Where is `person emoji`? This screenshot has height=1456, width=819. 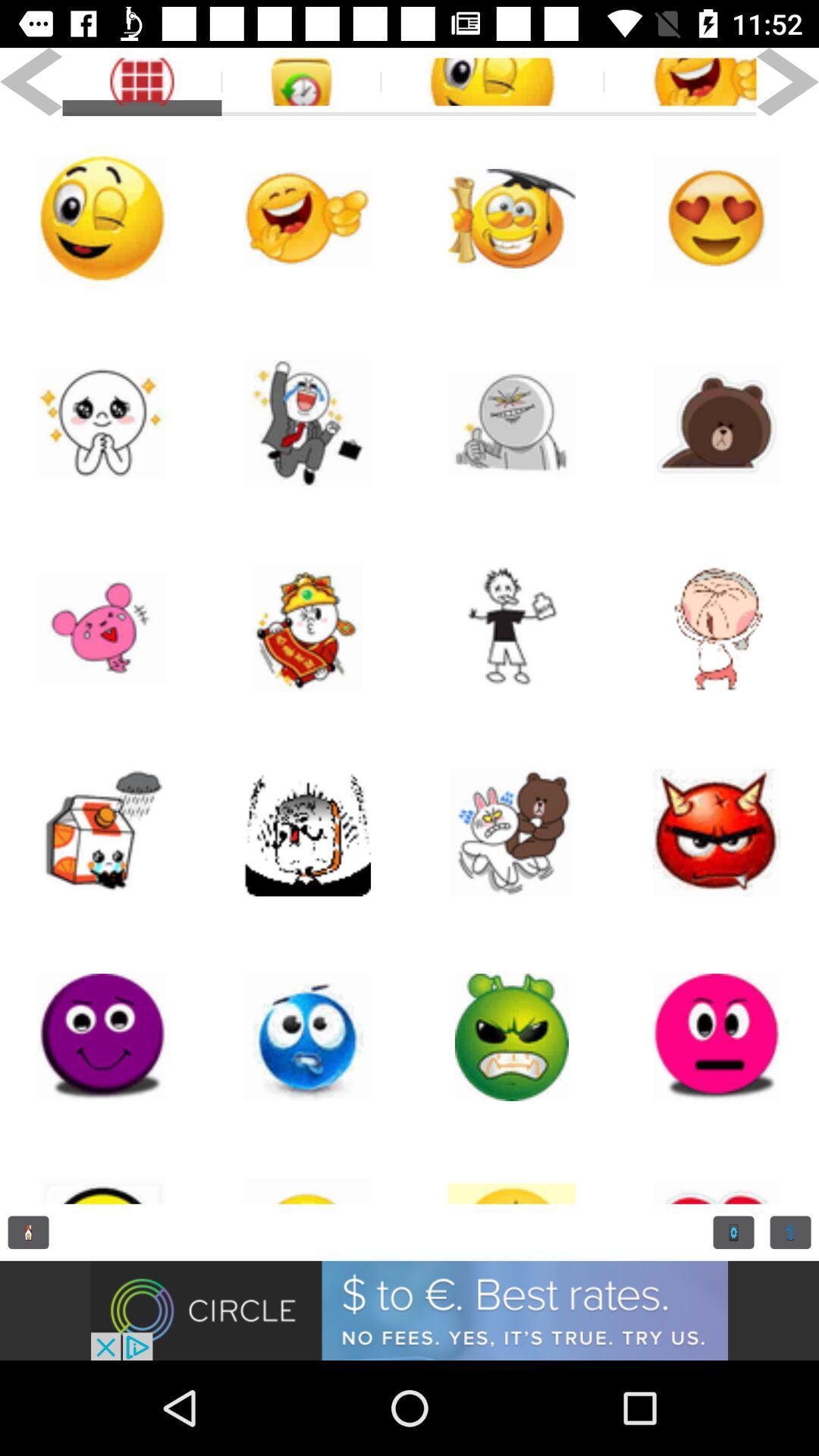 person emoji is located at coordinates (717, 628).